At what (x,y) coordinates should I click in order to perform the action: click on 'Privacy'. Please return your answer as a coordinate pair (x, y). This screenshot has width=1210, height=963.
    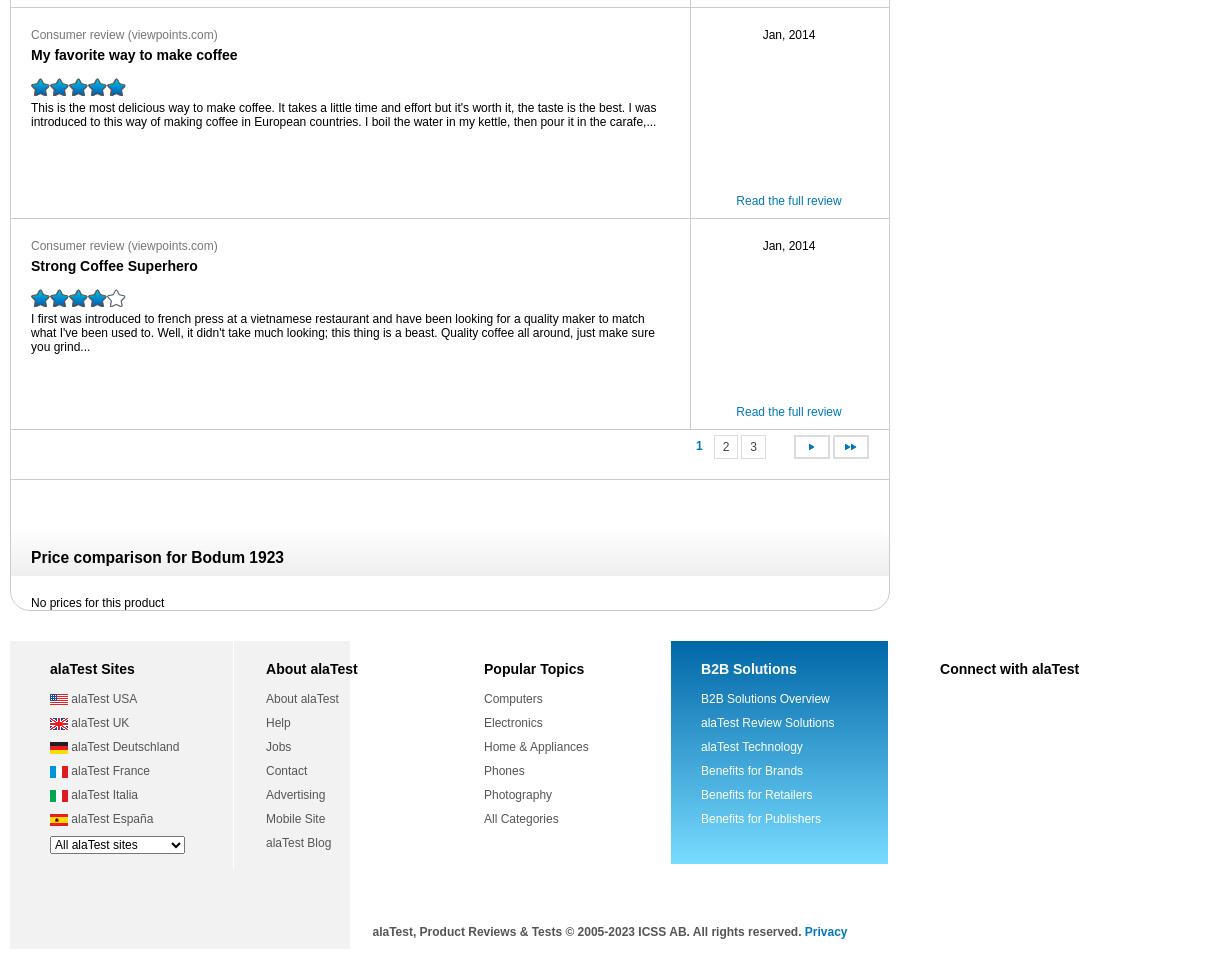
    Looking at the image, I should click on (824, 931).